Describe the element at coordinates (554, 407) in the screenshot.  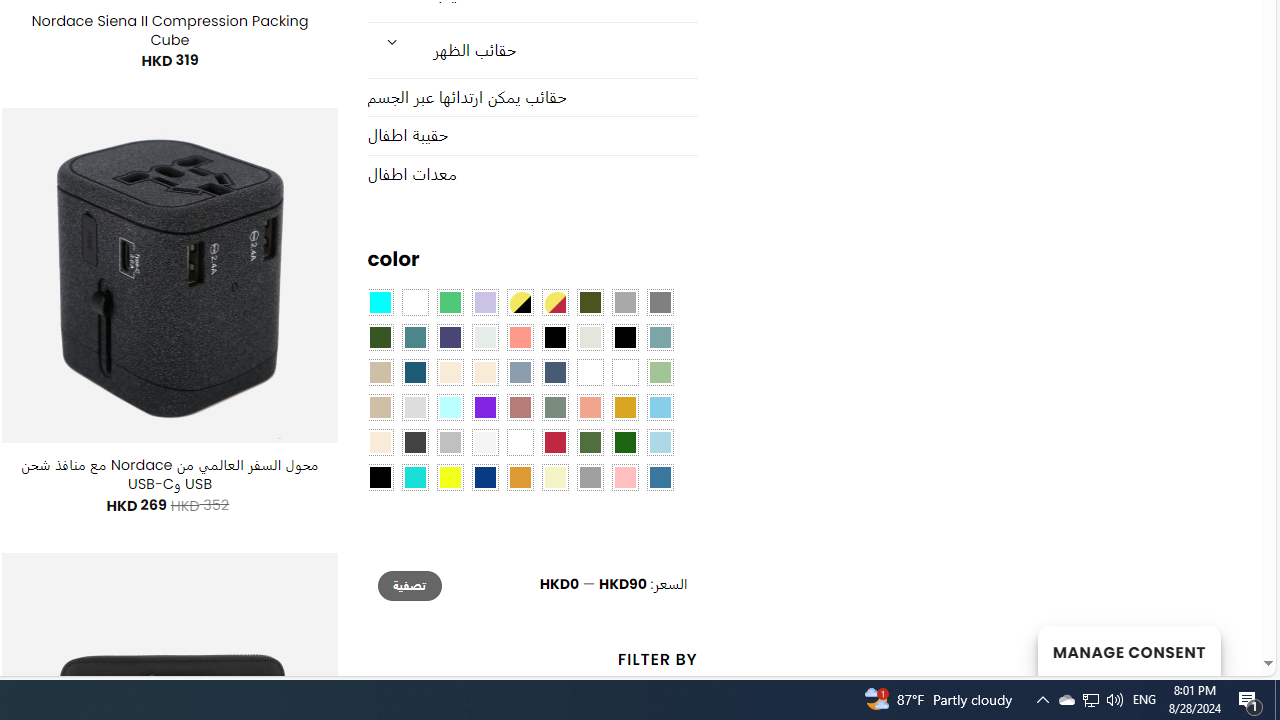
I see `'Sage'` at that location.